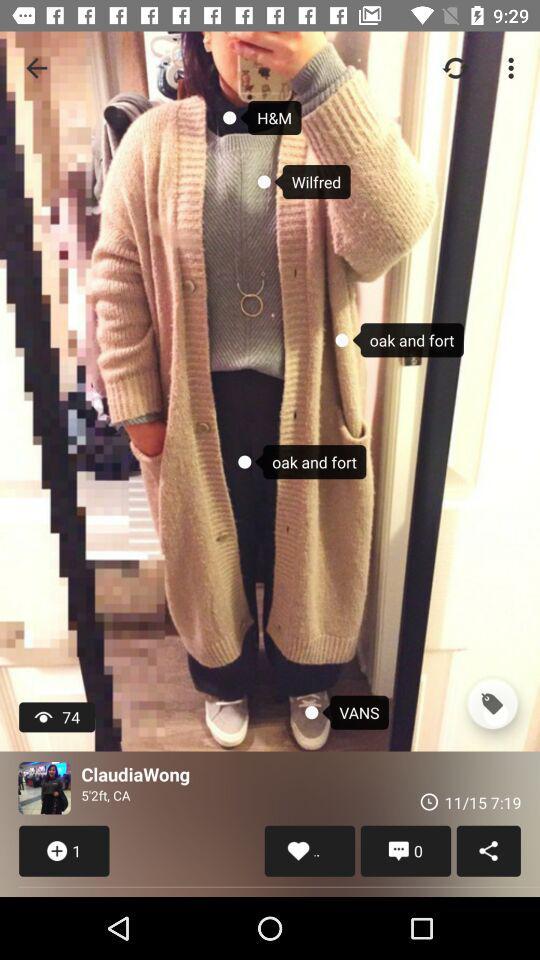 The image size is (540, 960). Describe the element at coordinates (455, 68) in the screenshot. I see `the icon to the right of h&m item` at that location.